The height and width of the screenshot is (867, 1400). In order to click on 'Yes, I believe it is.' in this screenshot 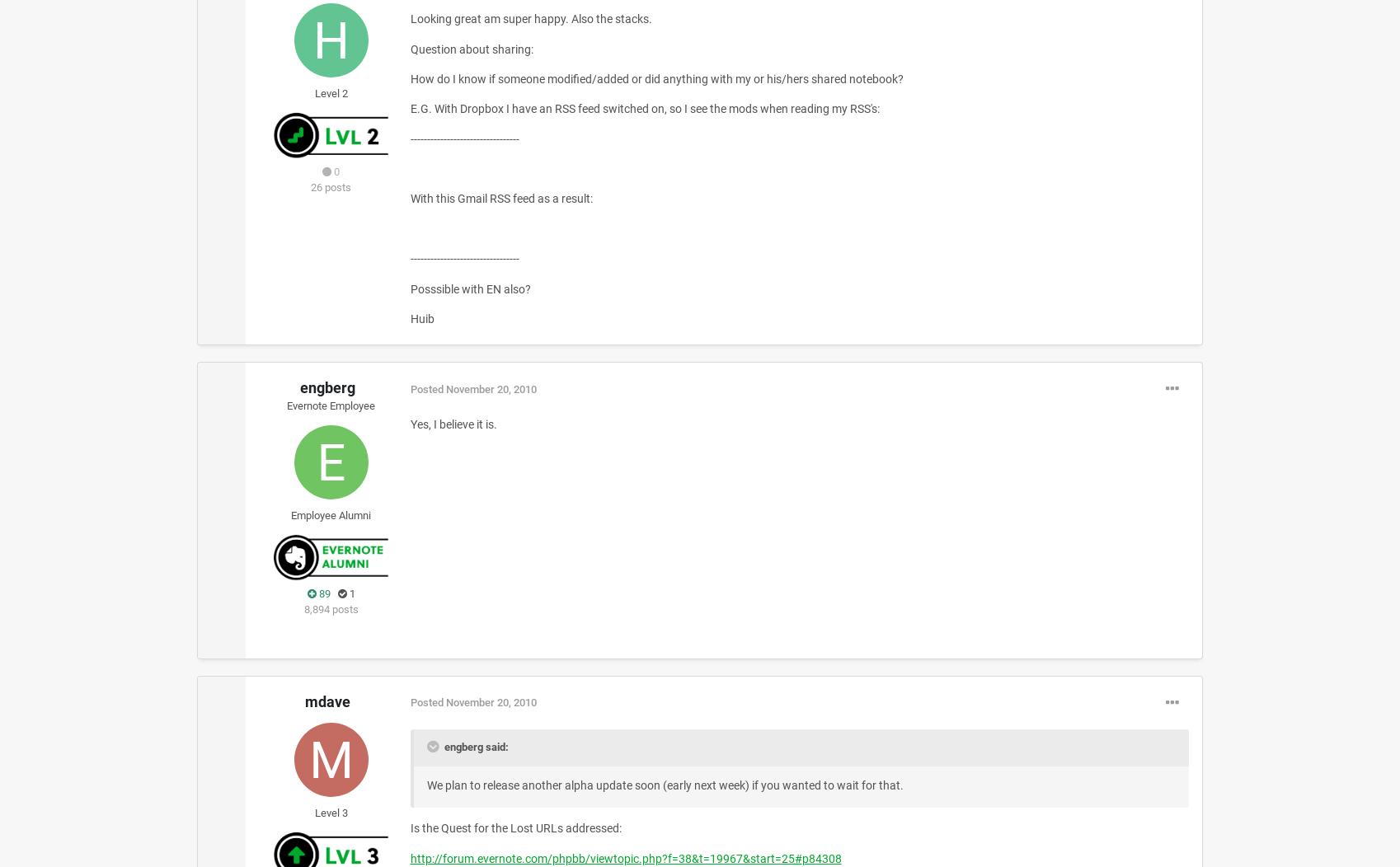, I will do `click(453, 423)`.